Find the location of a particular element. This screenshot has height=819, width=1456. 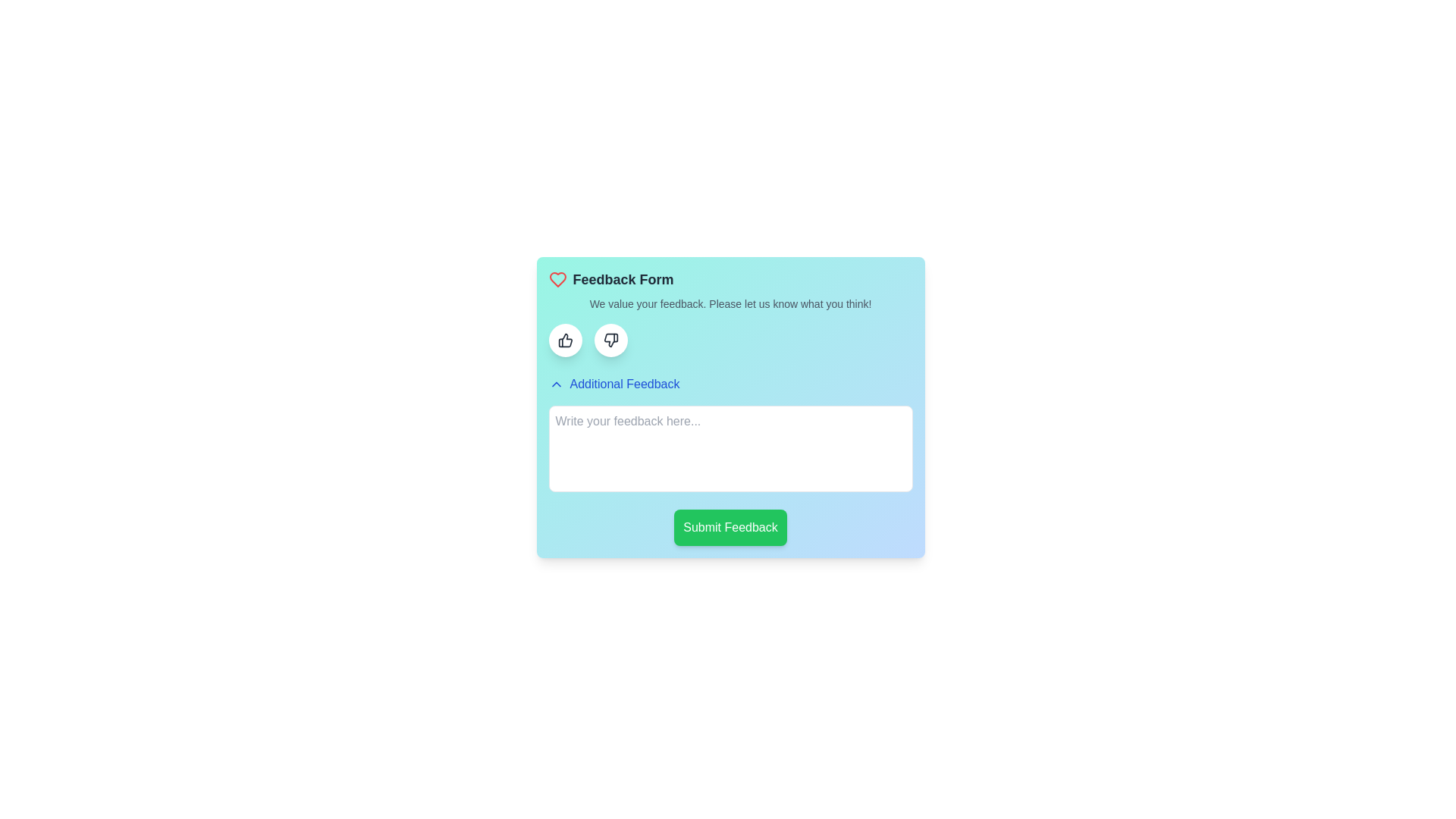

the downward-facing thumb icon, which represents negative feedback, located within the Feedback Form section is located at coordinates (610, 339).